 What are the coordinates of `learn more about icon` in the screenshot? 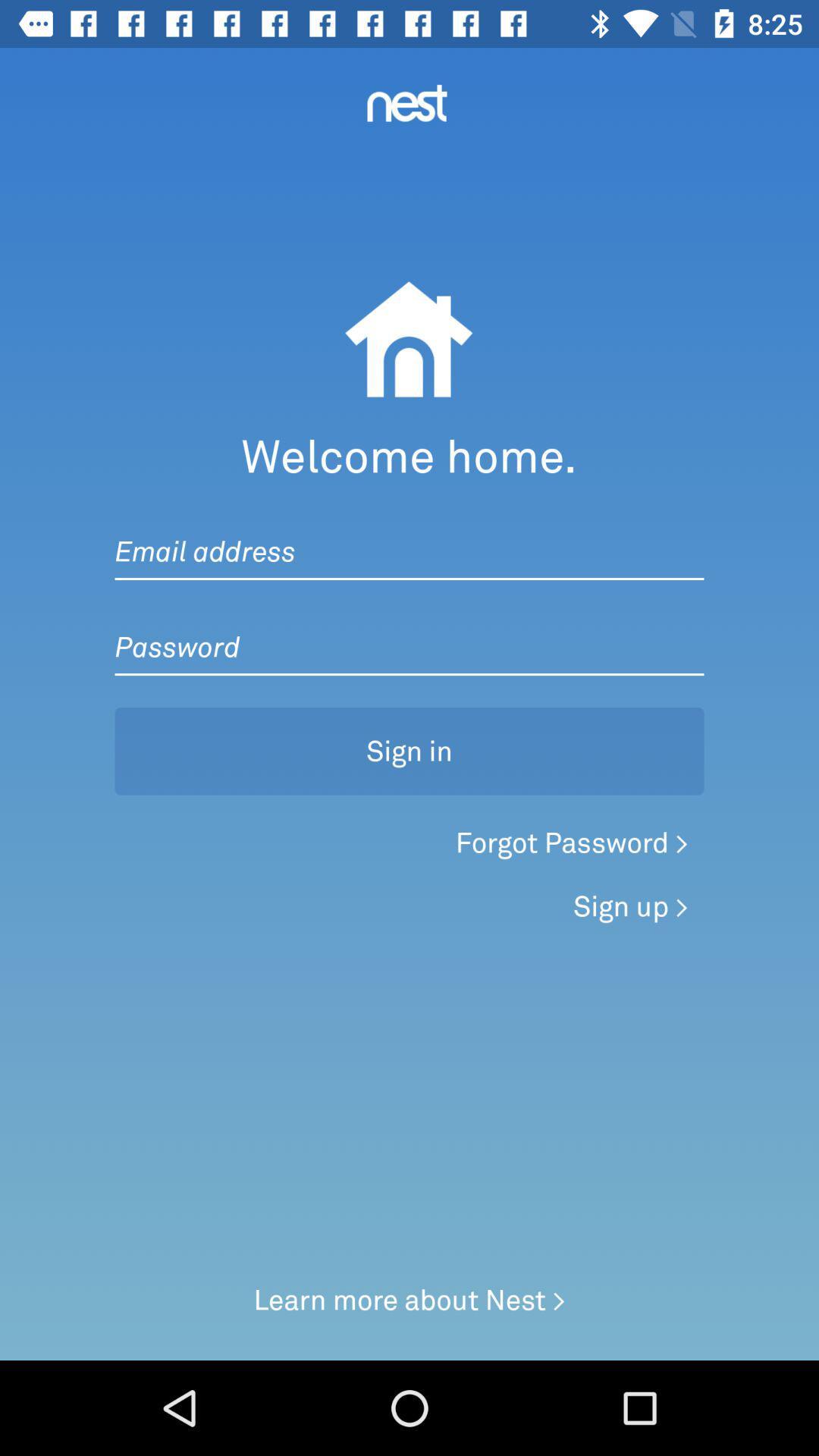 It's located at (409, 1299).